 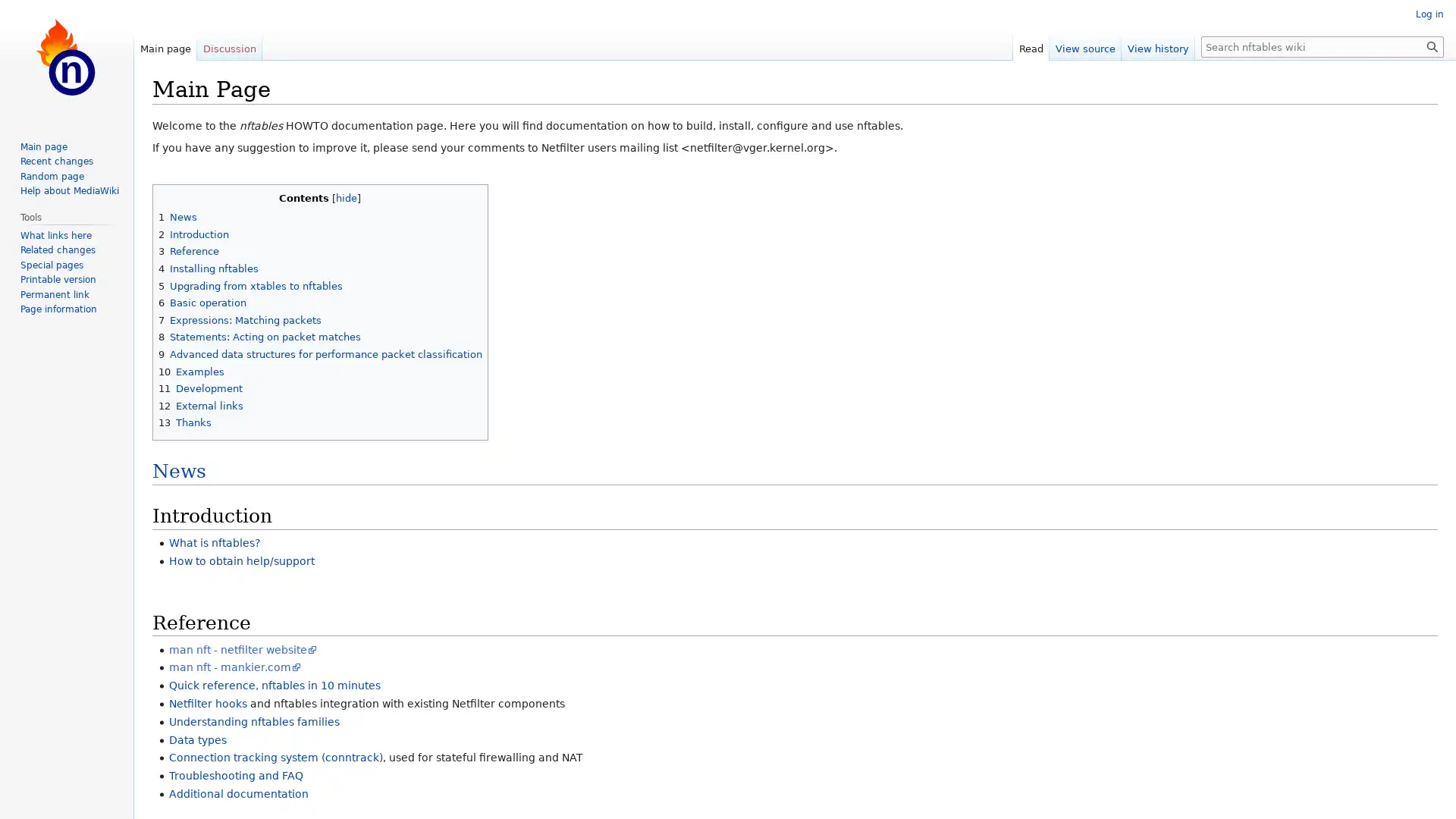 I want to click on Search, so click(x=1432, y=45).